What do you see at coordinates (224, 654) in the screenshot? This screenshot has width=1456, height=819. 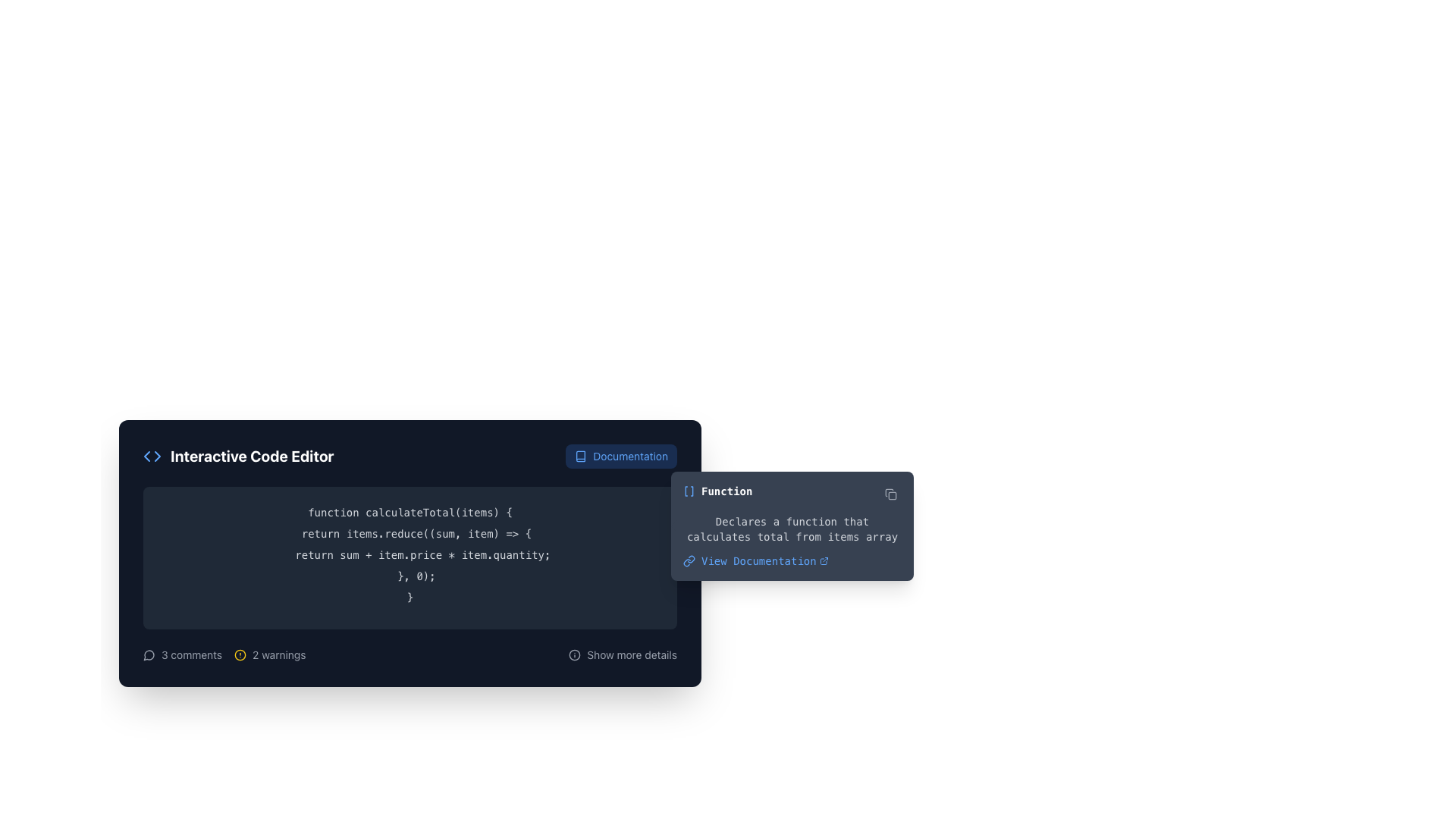 I see `the Status indicator located at the bottom-left corner of the 'Interactive Code Editor' panel` at bounding box center [224, 654].